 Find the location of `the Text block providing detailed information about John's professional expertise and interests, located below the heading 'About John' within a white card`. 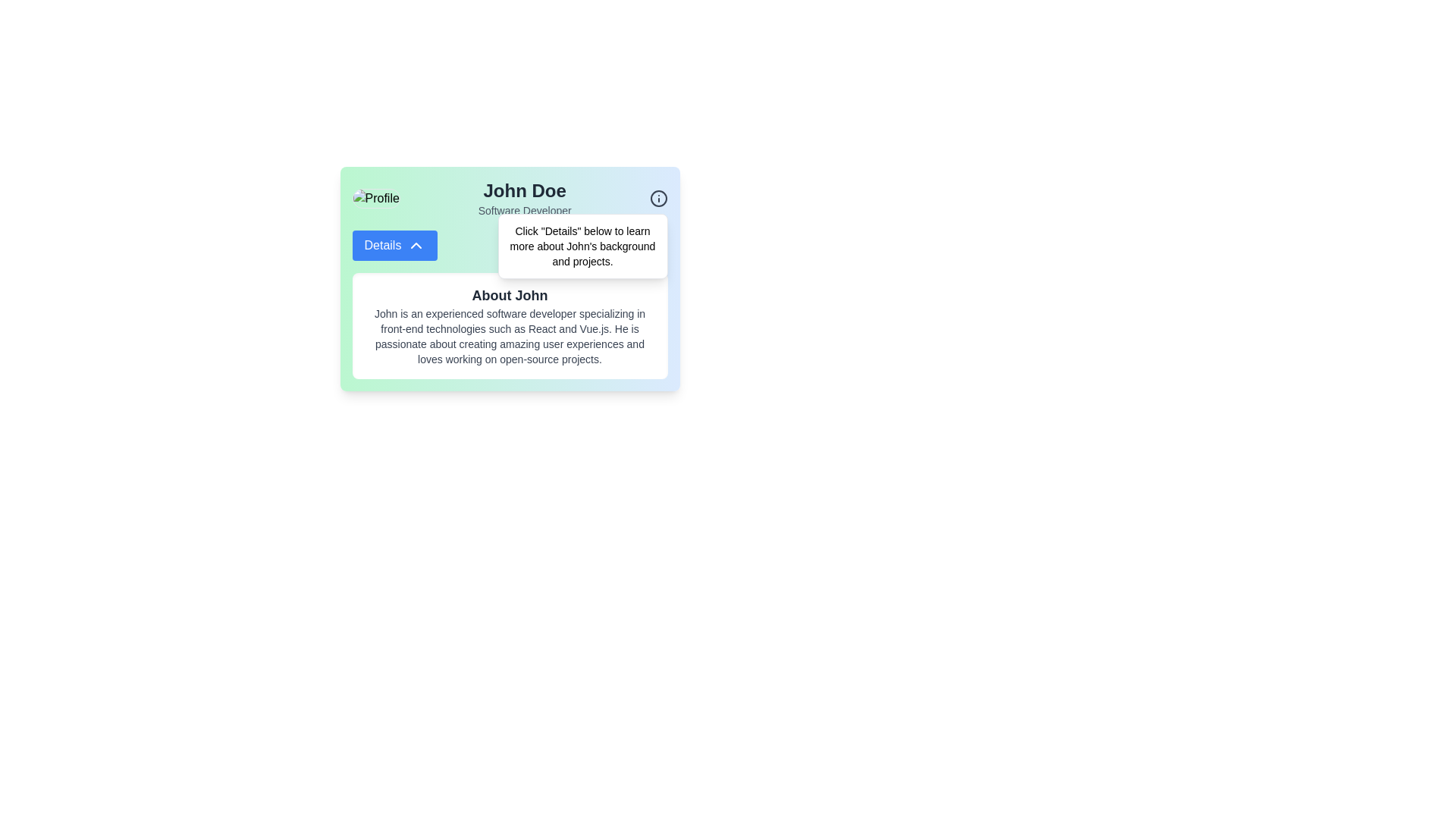

the Text block providing detailed information about John's professional expertise and interests, located below the heading 'About John' within a white card is located at coordinates (510, 335).